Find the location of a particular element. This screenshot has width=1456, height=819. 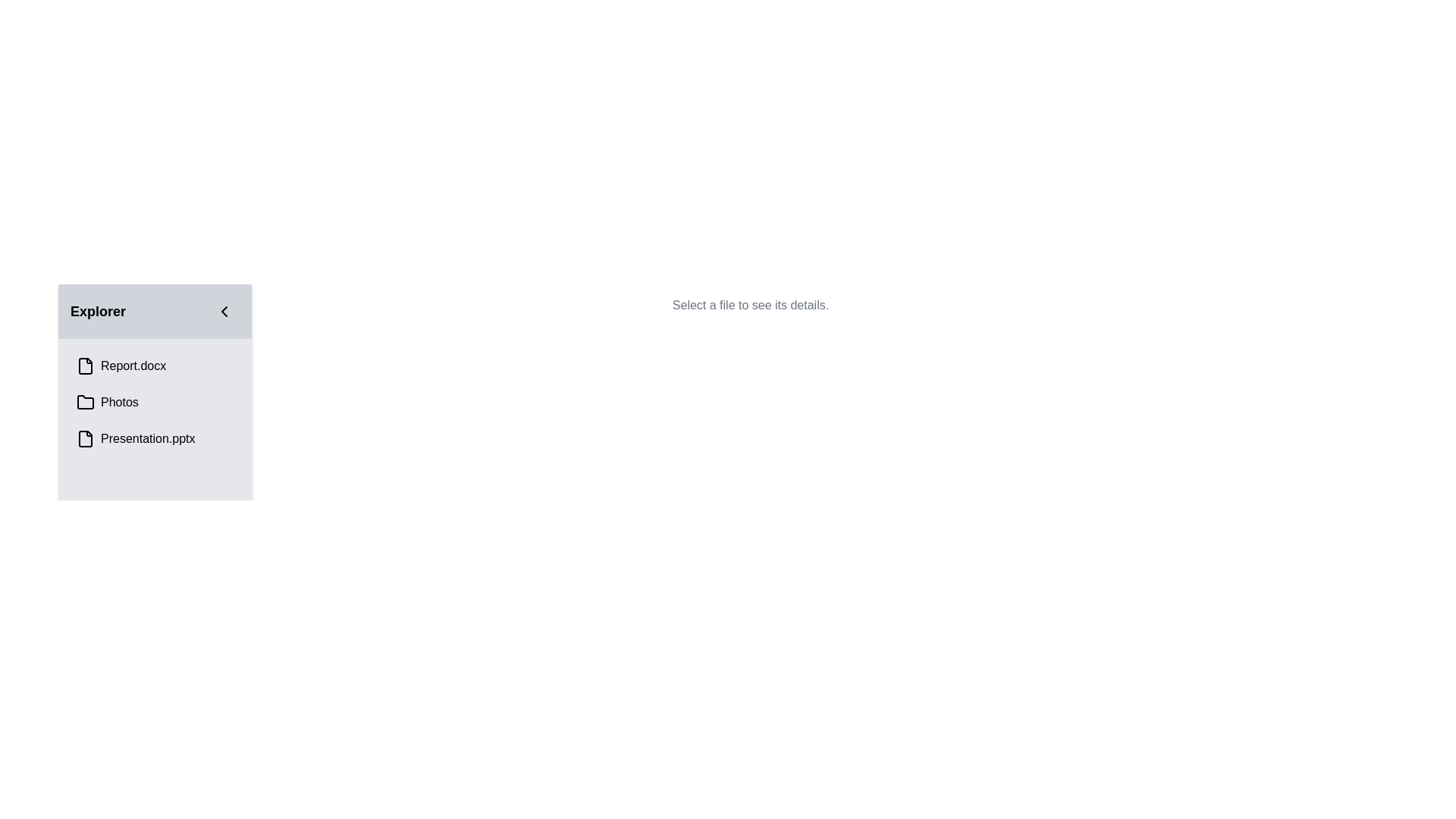

the file type icon associated with 'Report.docx' is located at coordinates (85, 366).